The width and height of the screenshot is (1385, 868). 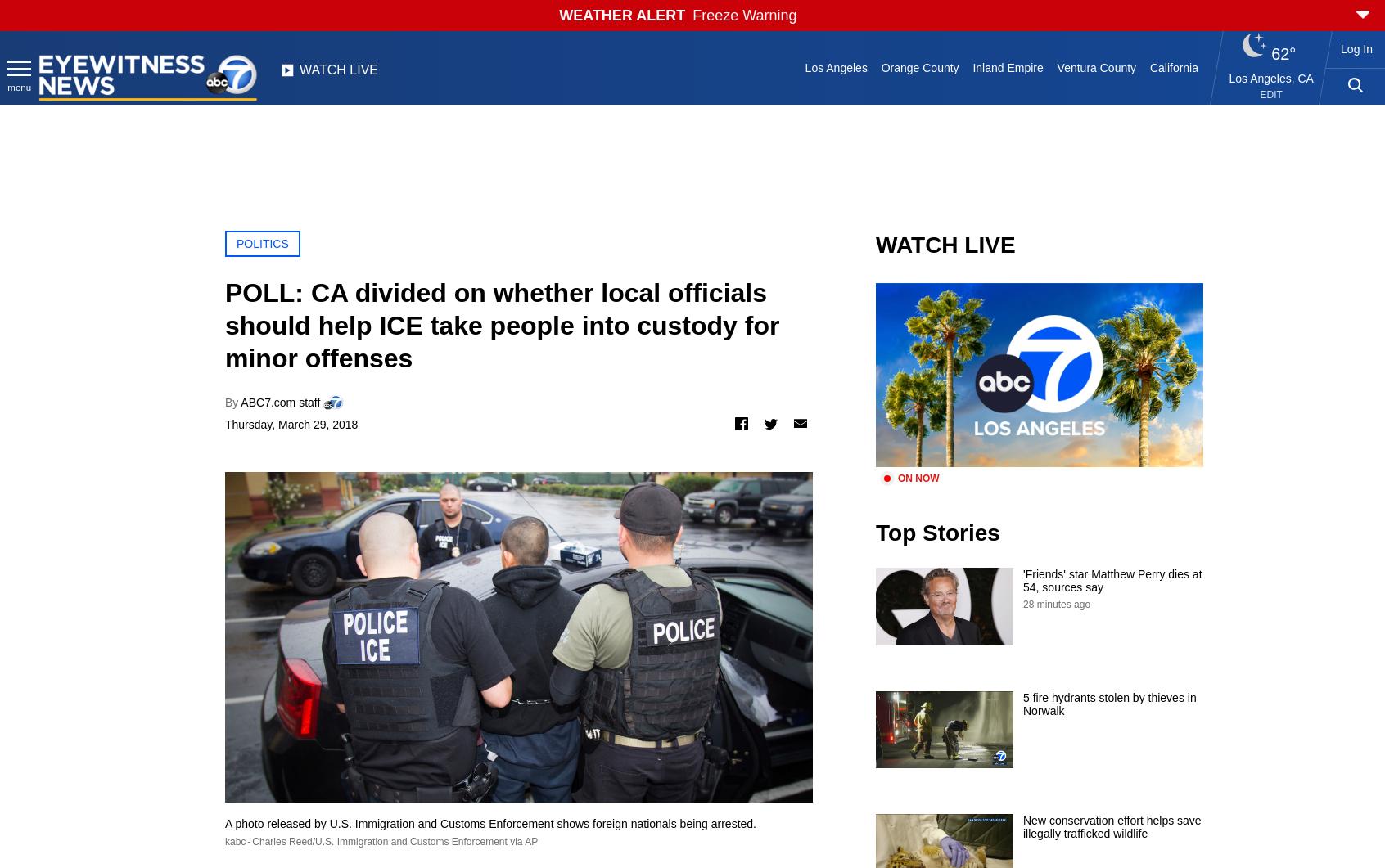 What do you see at coordinates (261, 243) in the screenshot?
I see `'POLITICS'` at bounding box center [261, 243].